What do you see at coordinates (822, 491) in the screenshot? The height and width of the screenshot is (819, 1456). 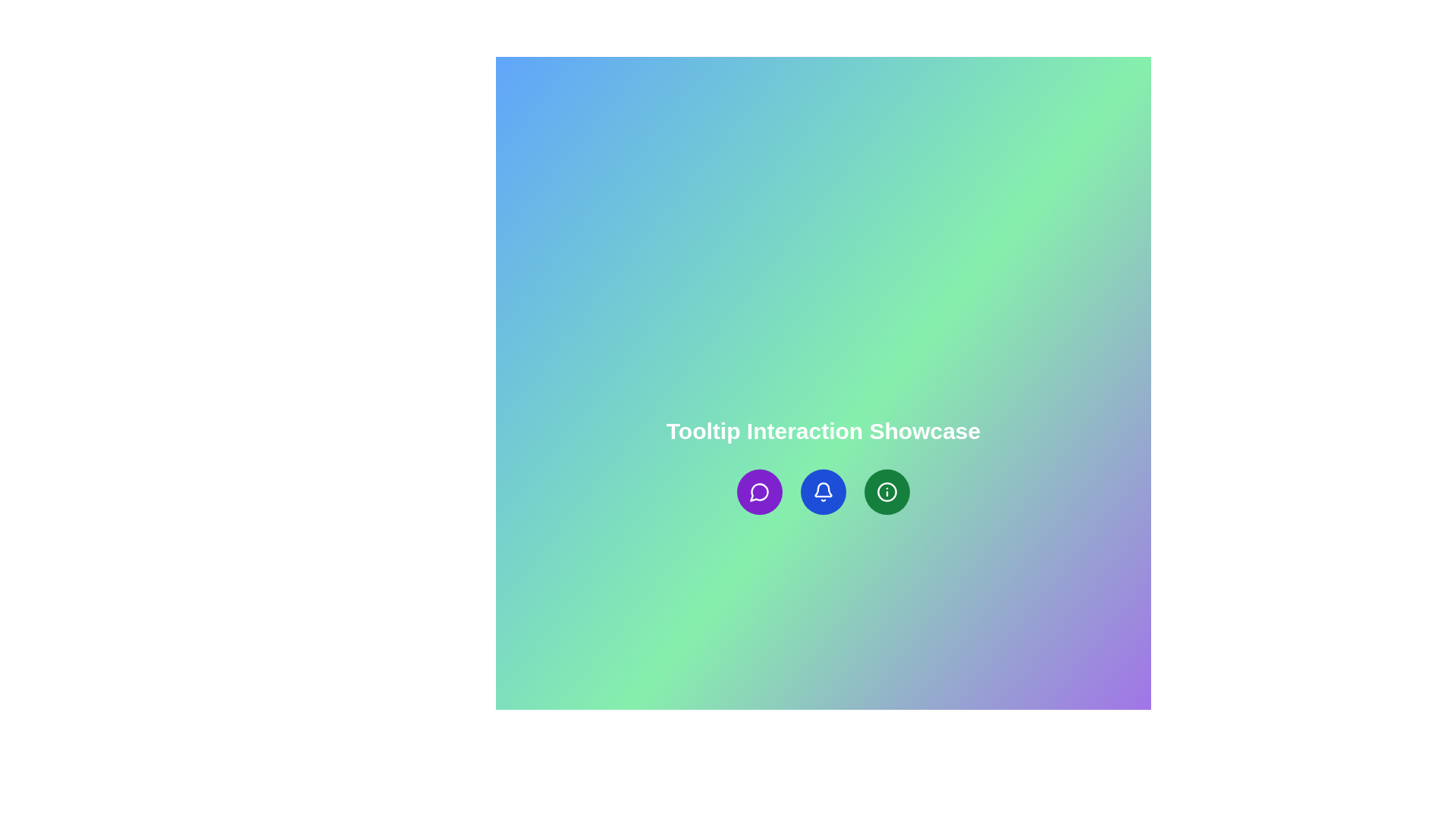 I see `the notification icon located in the center of the blue circular button, which is the middle button in a group of three` at bounding box center [822, 491].